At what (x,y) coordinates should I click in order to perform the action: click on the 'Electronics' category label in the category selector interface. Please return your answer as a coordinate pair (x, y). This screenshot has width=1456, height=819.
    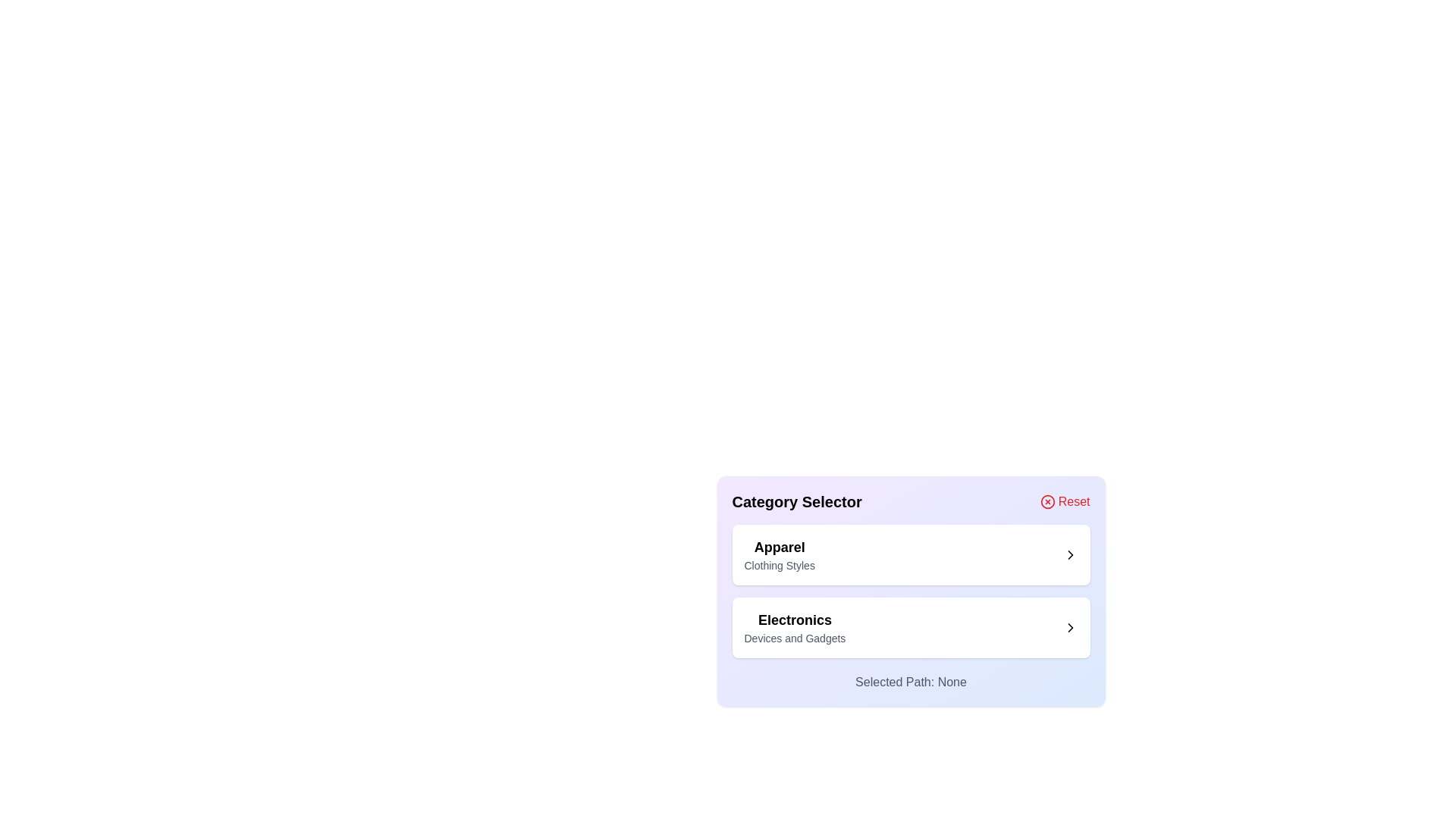
    Looking at the image, I should click on (794, 628).